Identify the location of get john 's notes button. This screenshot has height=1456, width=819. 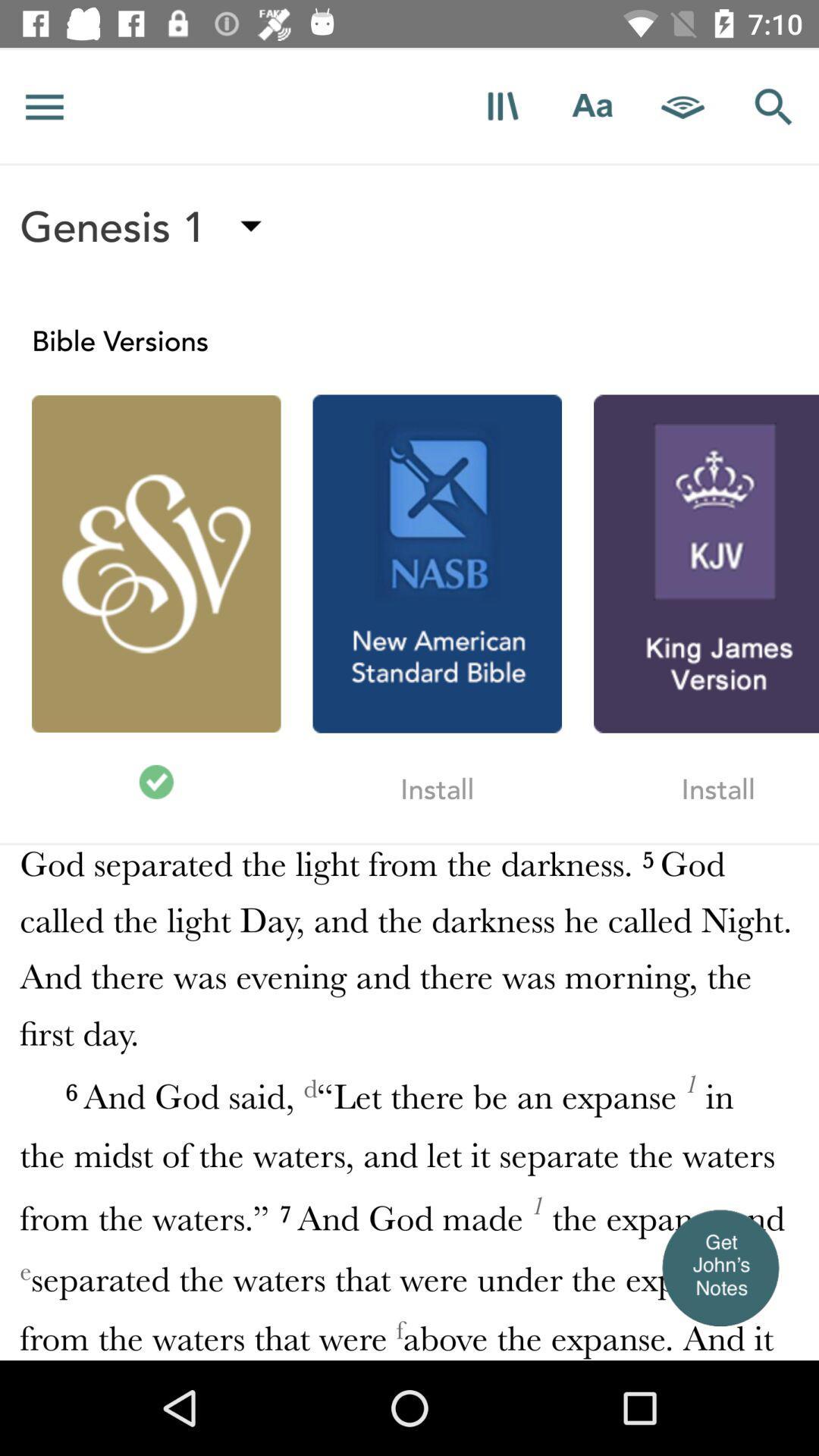
(719, 1267).